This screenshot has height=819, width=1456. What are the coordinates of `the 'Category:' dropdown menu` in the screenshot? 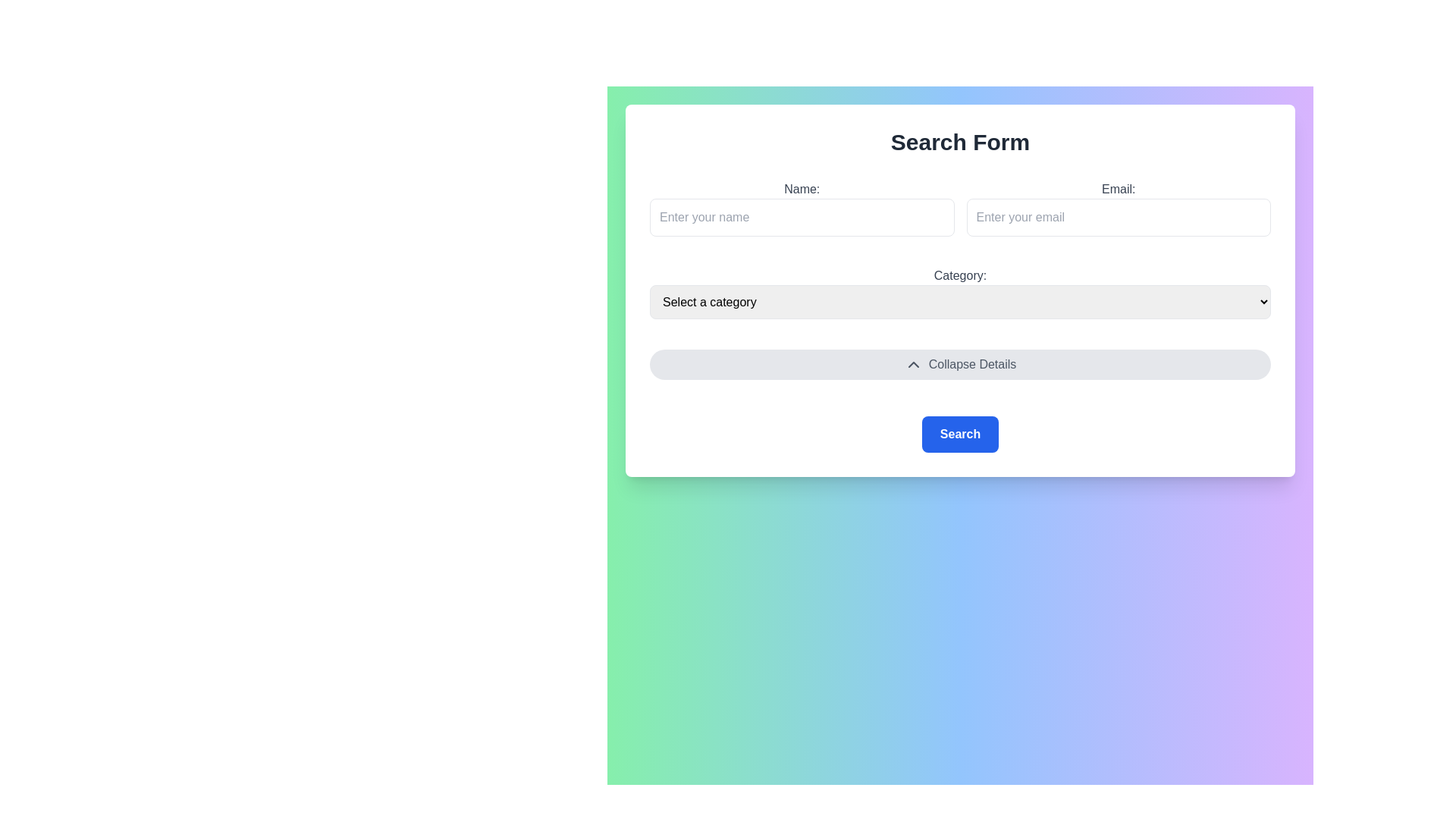 It's located at (959, 293).